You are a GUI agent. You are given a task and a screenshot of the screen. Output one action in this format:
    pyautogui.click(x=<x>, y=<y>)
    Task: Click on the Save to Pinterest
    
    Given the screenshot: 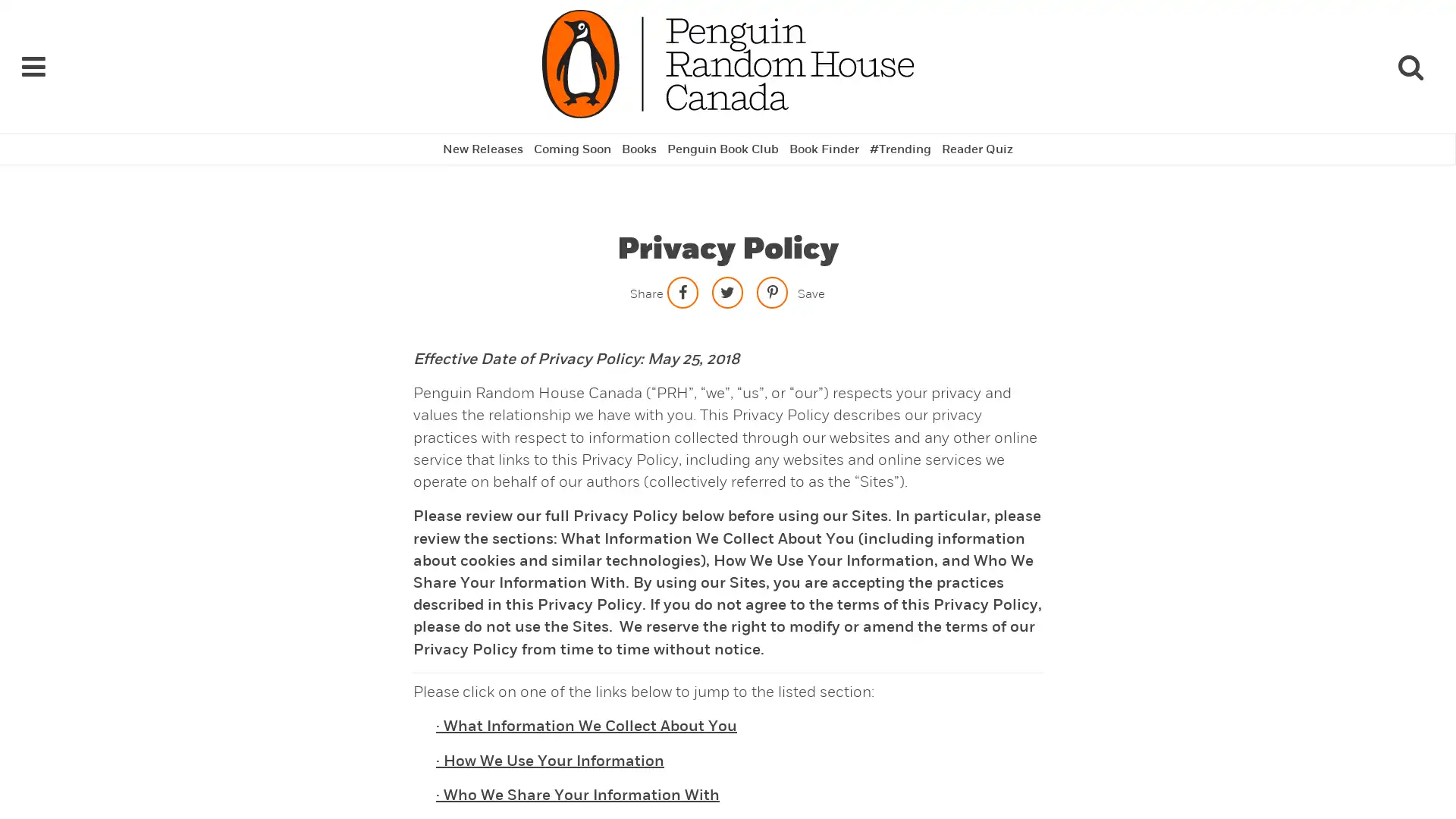 What is the action you would take?
    pyautogui.click(x=771, y=241)
    